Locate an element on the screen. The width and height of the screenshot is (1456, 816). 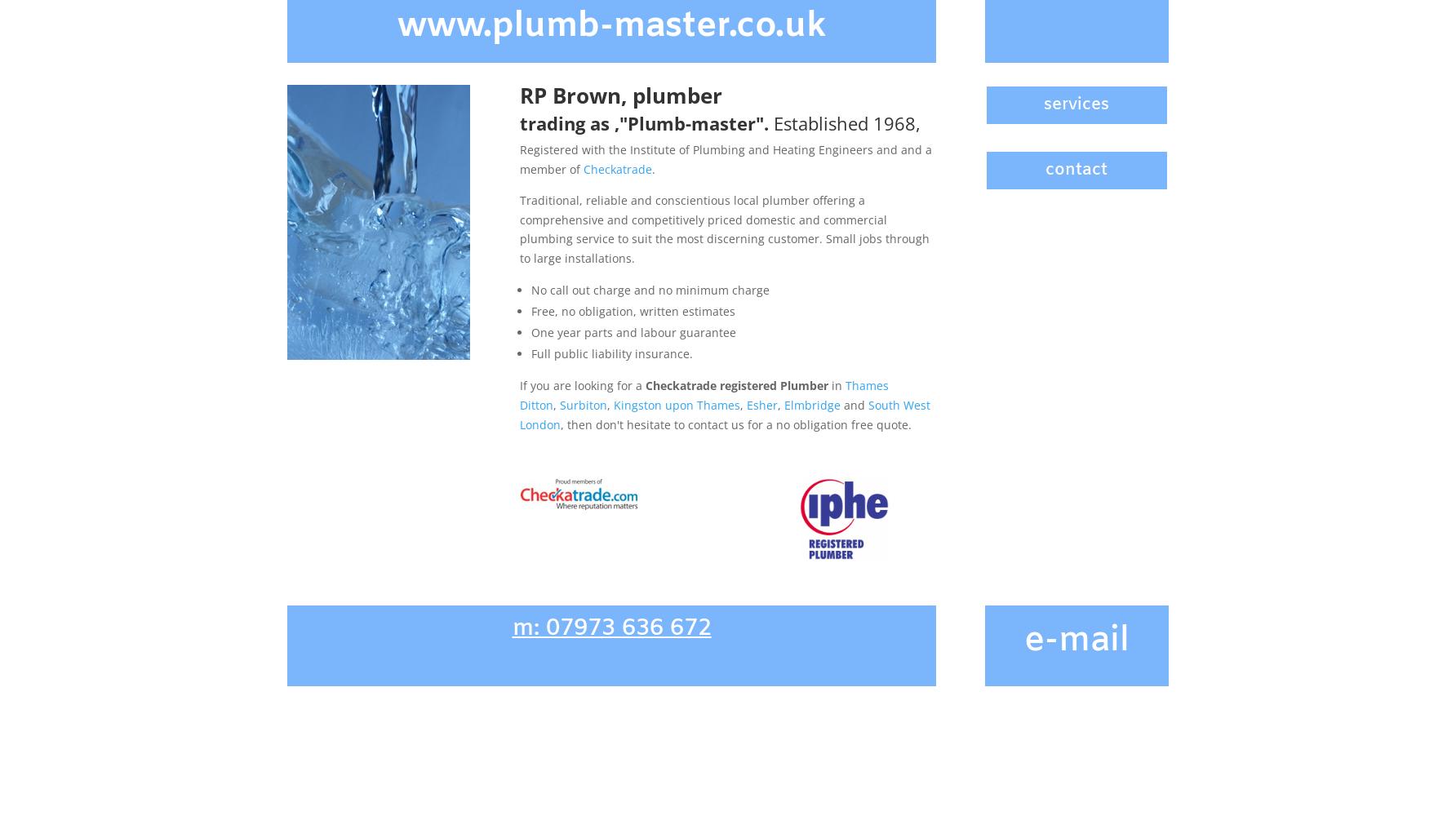
'Esher' is located at coordinates (761, 403).